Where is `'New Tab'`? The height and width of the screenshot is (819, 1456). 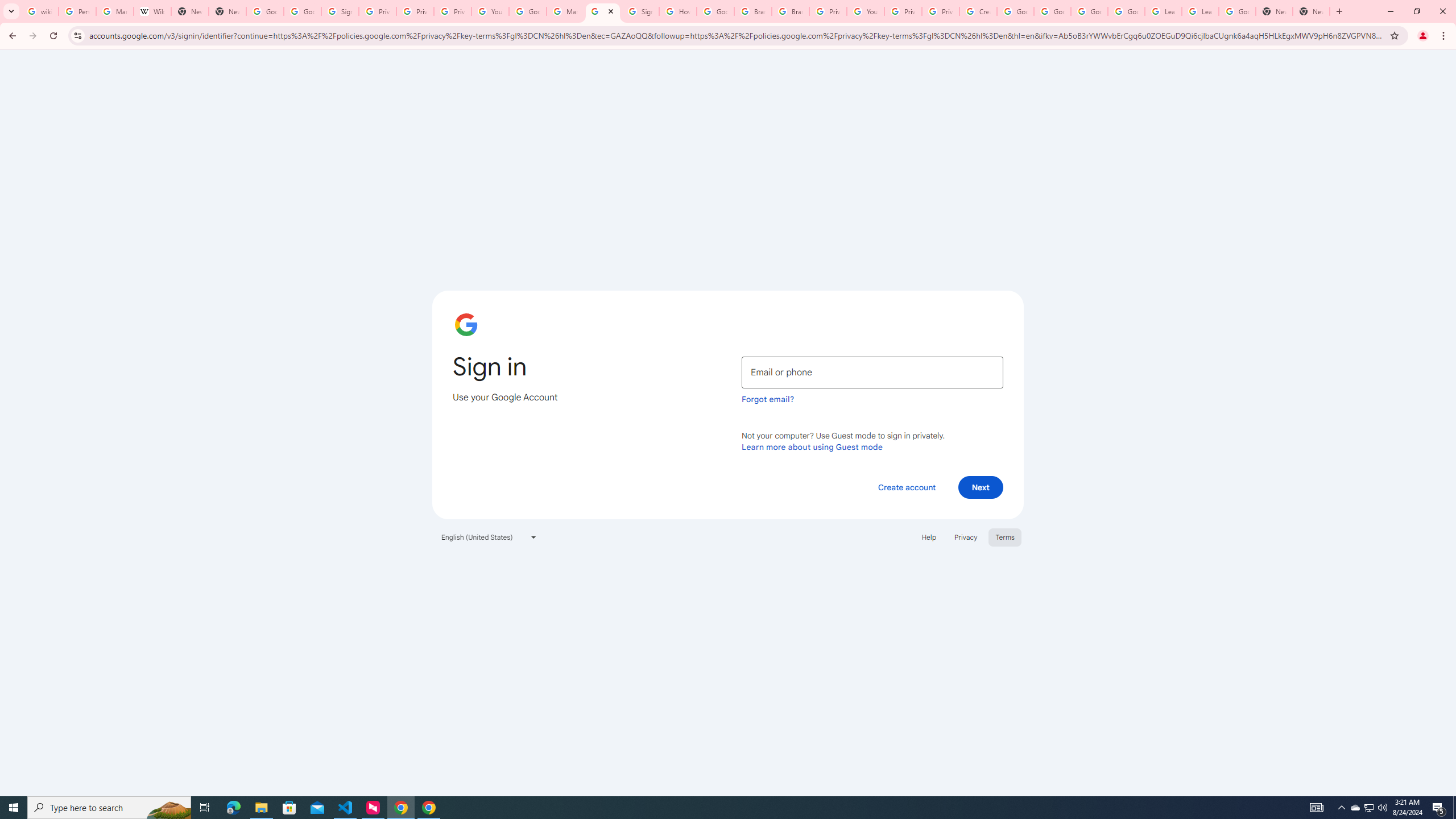 'New Tab' is located at coordinates (1273, 11).